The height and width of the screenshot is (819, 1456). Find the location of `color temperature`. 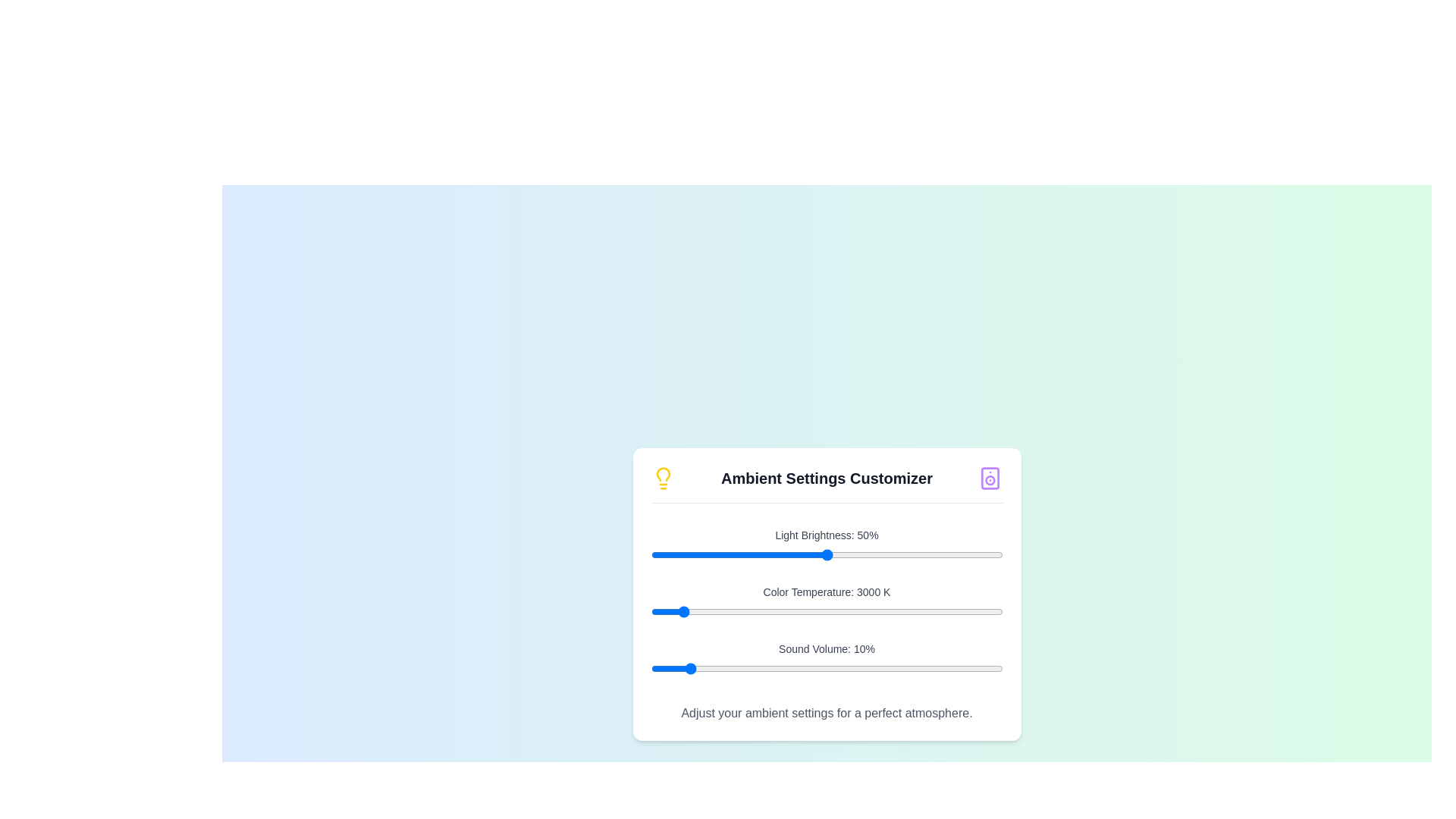

color temperature is located at coordinates (789, 610).